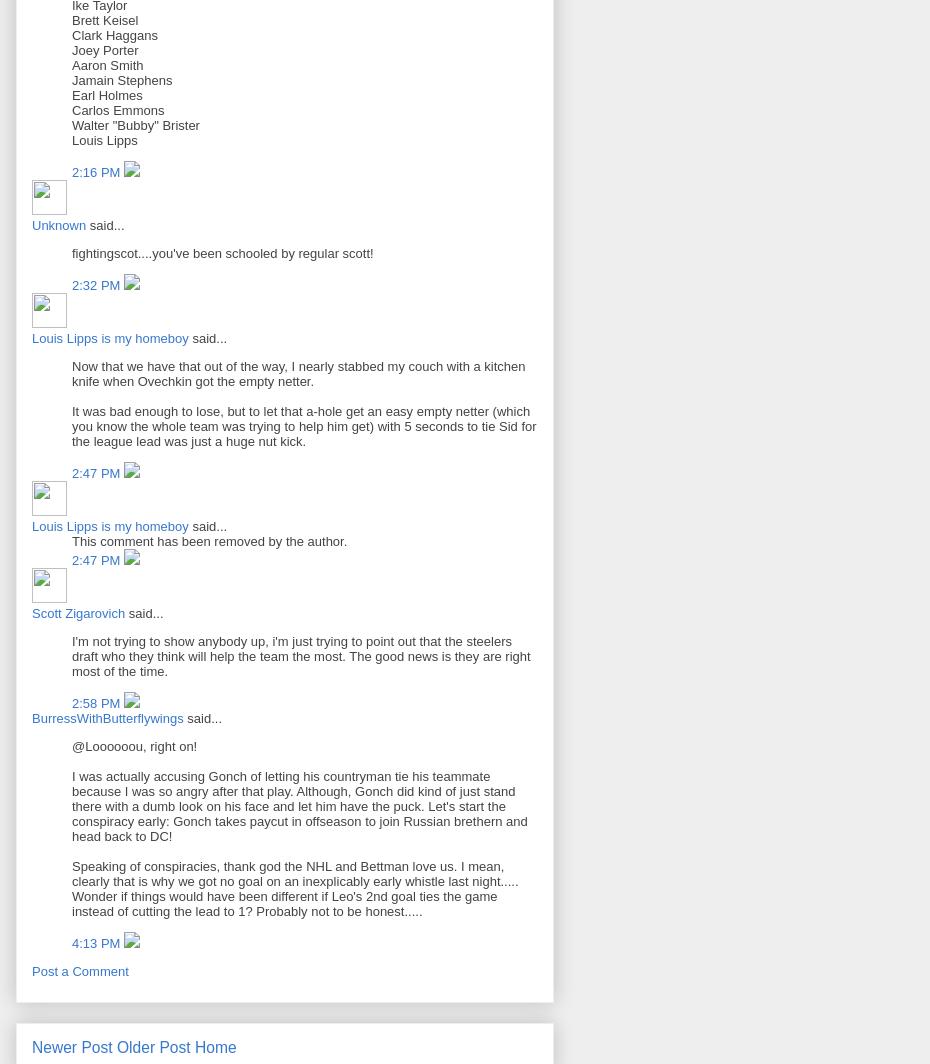 Image resolution: width=930 pixels, height=1064 pixels. What do you see at coordinates (107, 718) in the screenshot?
I see `'BurressWithButterflywings'` at bounding box center [107, 718].